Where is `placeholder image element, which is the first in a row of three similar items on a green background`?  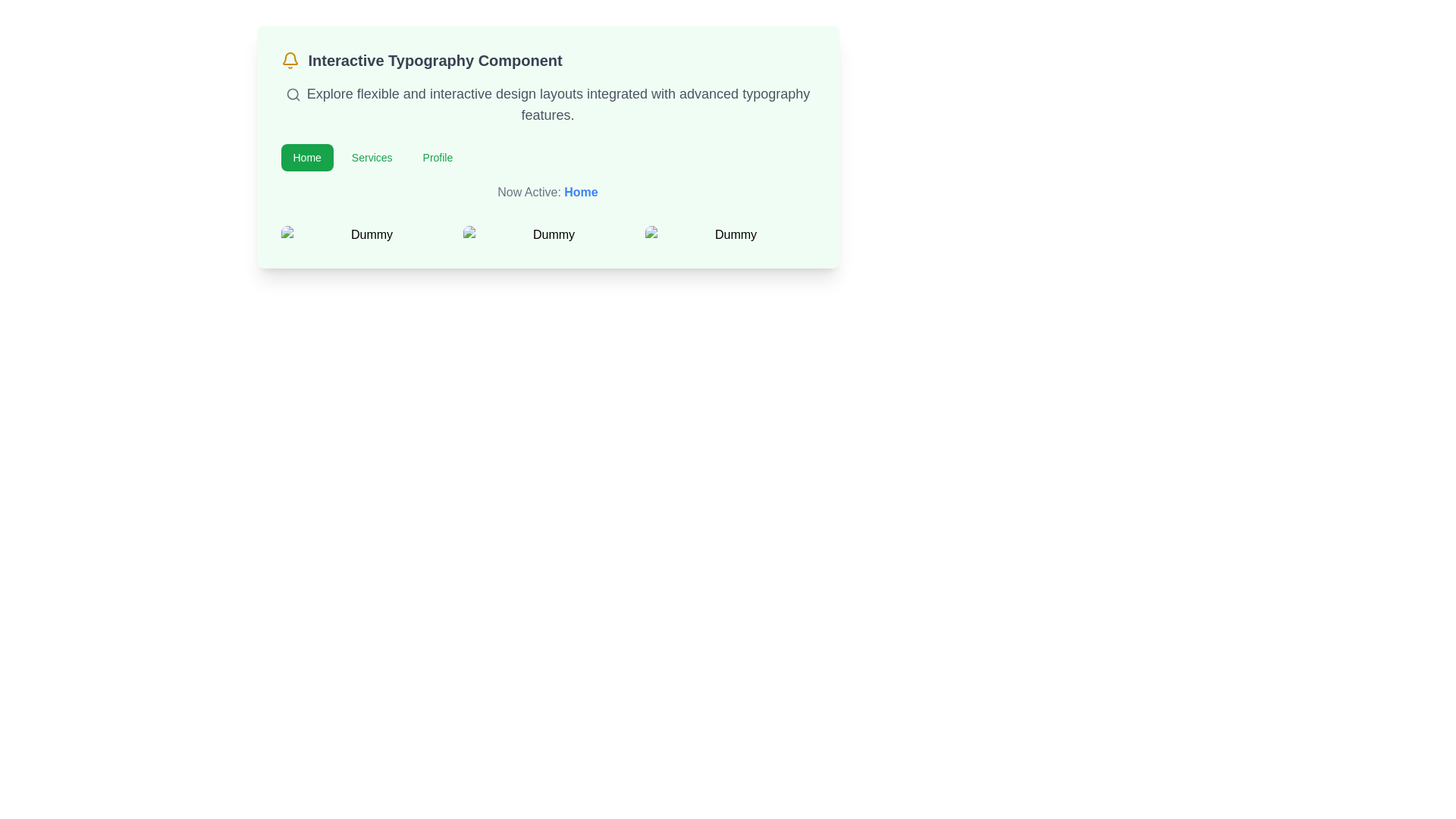 placeholder image element, which is the first in a row of three similar items on a green background is located at coordinates (366, 234).